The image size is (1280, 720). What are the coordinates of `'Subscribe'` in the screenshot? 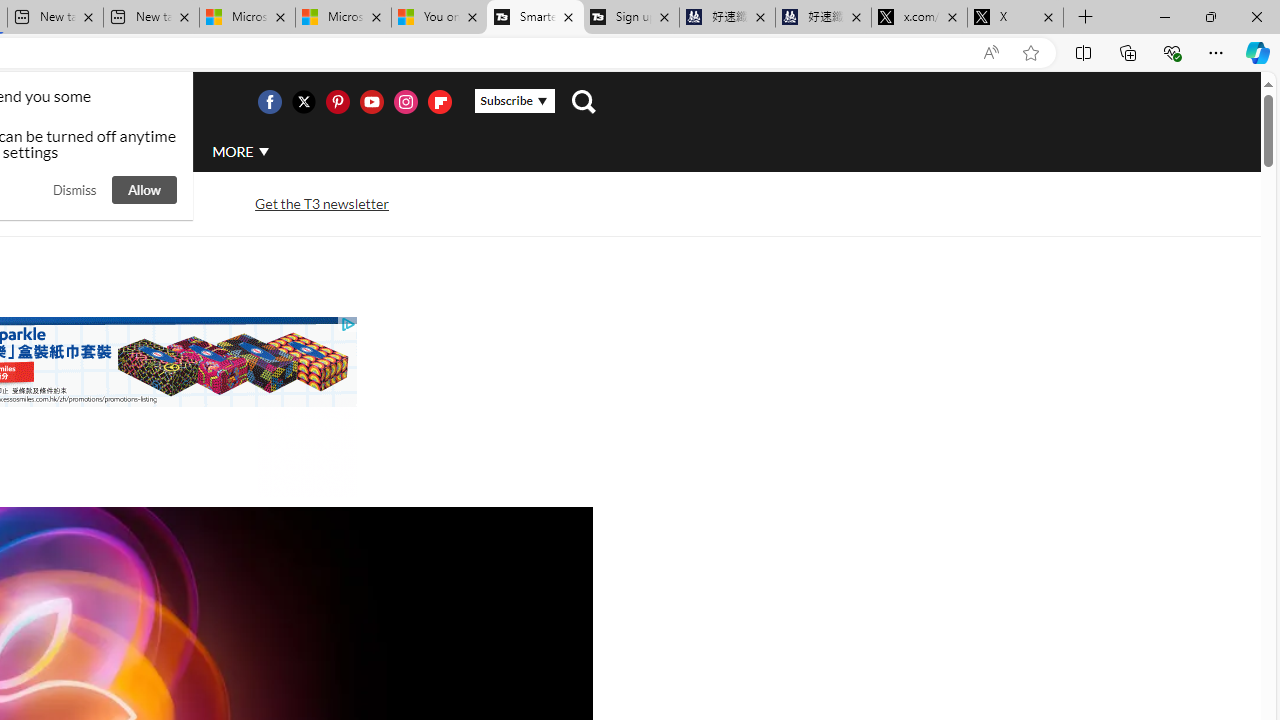 It's located at (514, 101).